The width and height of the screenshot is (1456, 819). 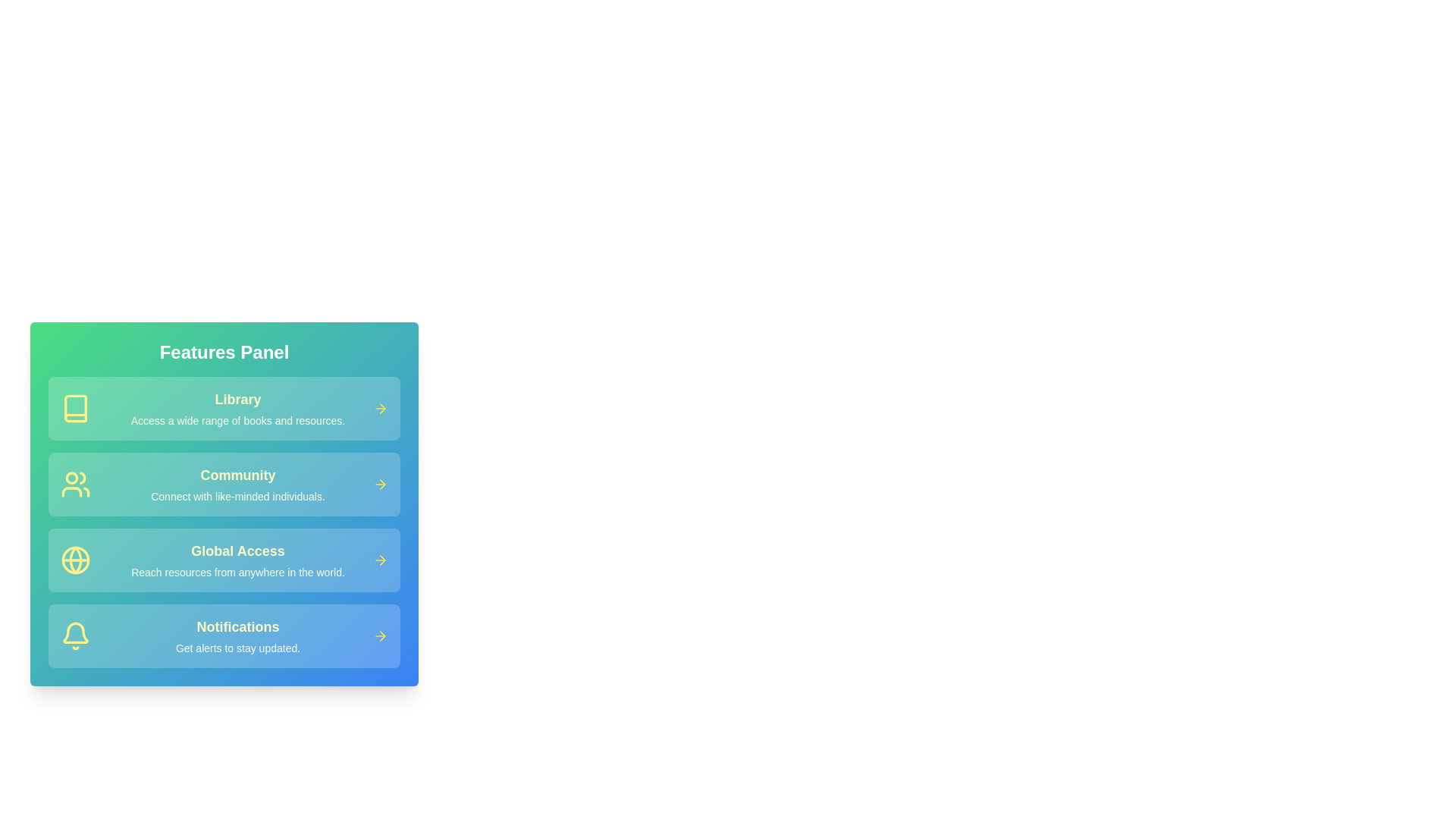 What do you see at coordinates (224, 408) in the screenshot?
I see `the feature card corresponding to Library` at bounding box center [224, 408].